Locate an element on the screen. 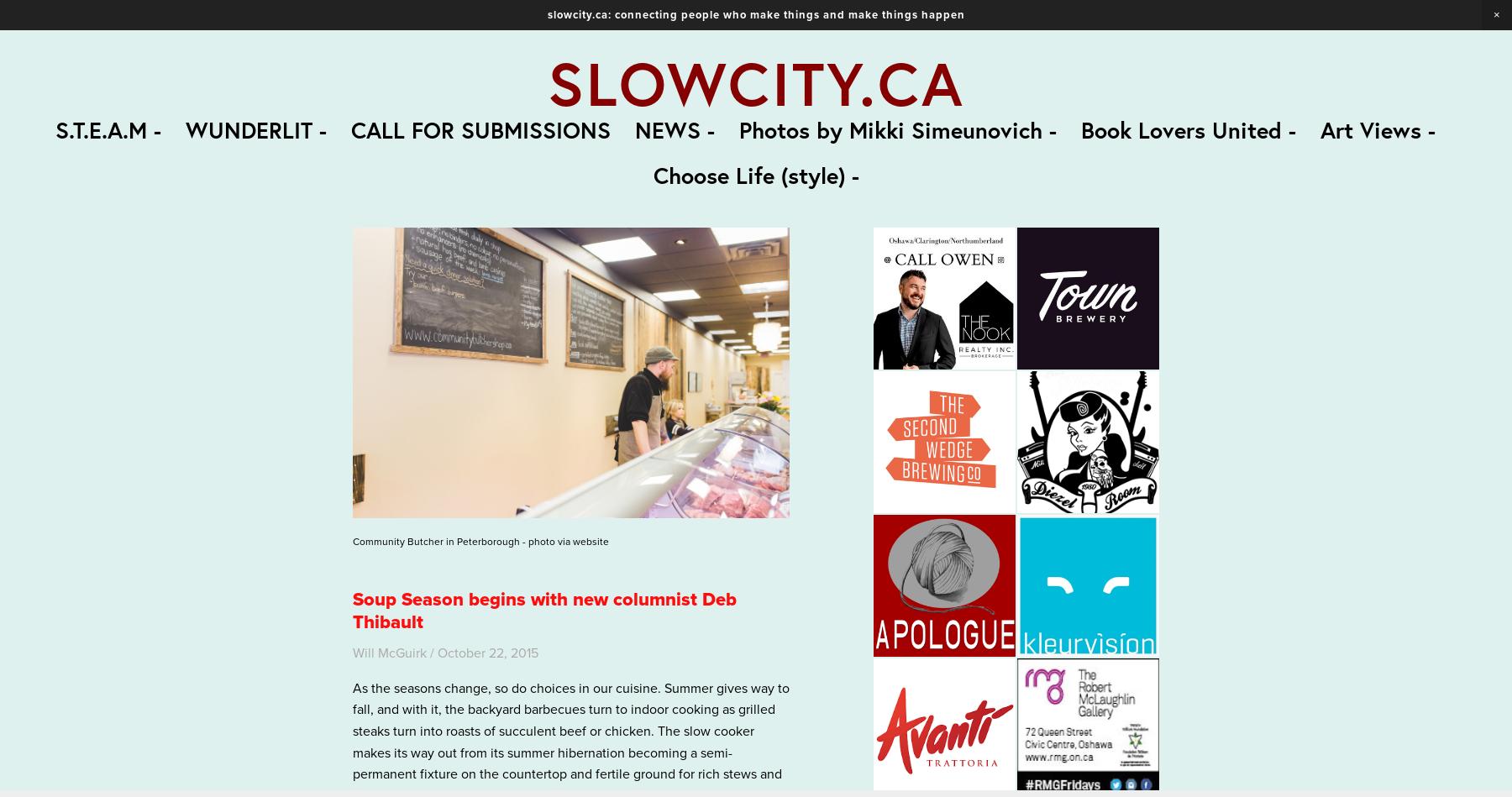 The image size is (1512, 797). 'NEWS -' is located at coordinates (675, 128).